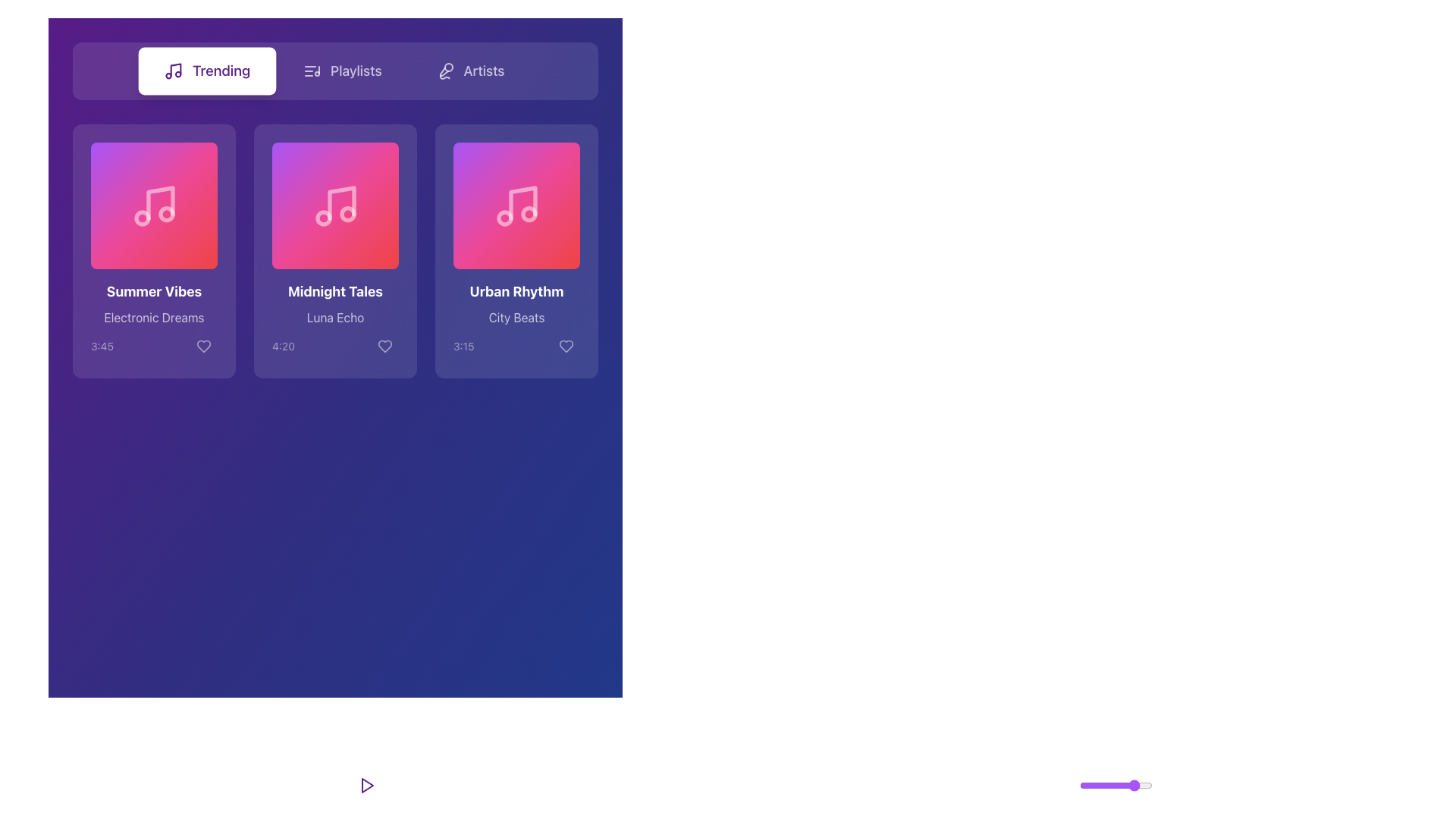  Describe the element at coordinates (206, 71) in the screenshot. I see `the navigation button labeled 'Trending' located in the upper-left corner of the interface` at that location.